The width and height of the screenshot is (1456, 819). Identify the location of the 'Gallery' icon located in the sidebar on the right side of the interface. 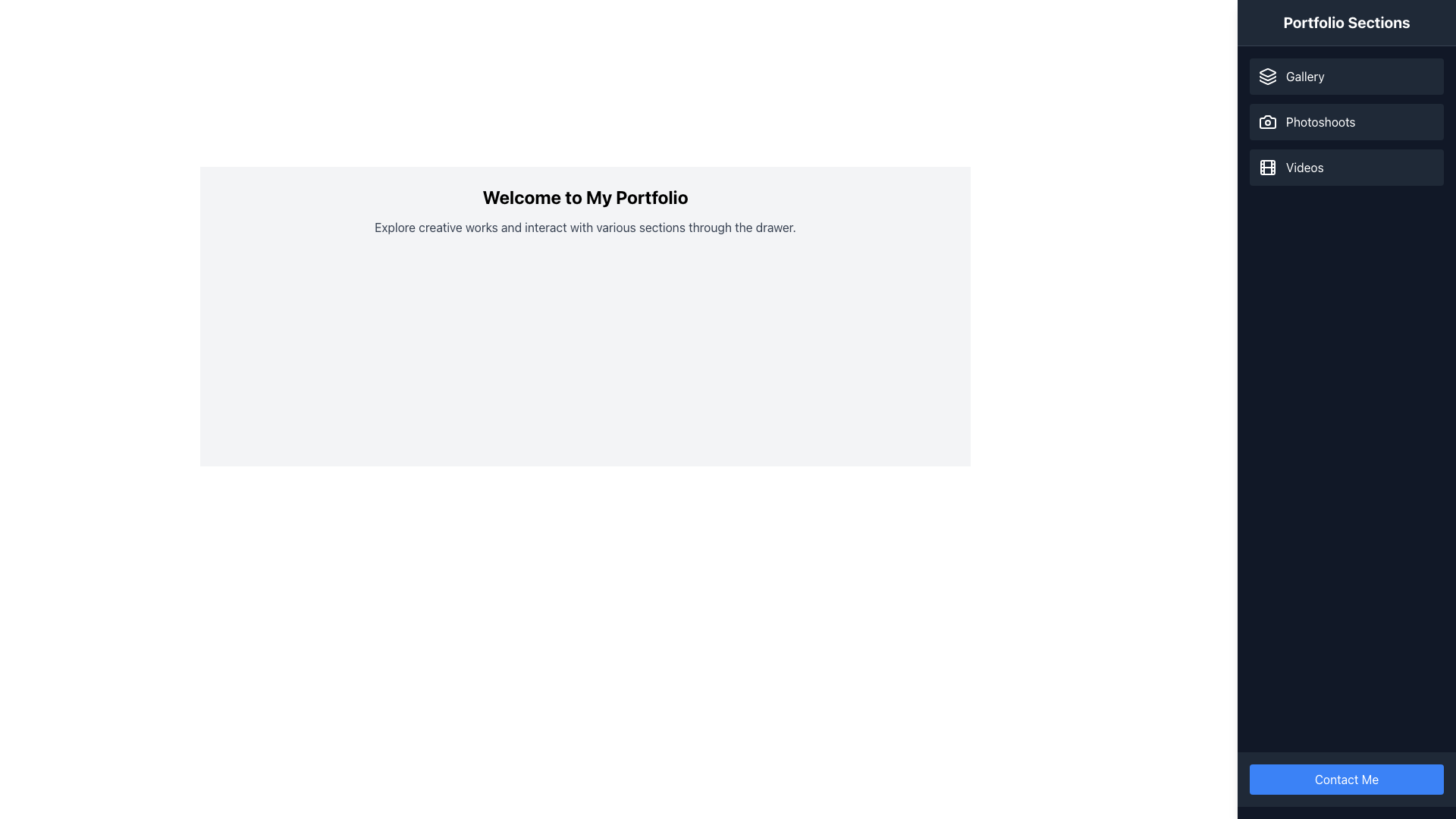
(1267, 76).